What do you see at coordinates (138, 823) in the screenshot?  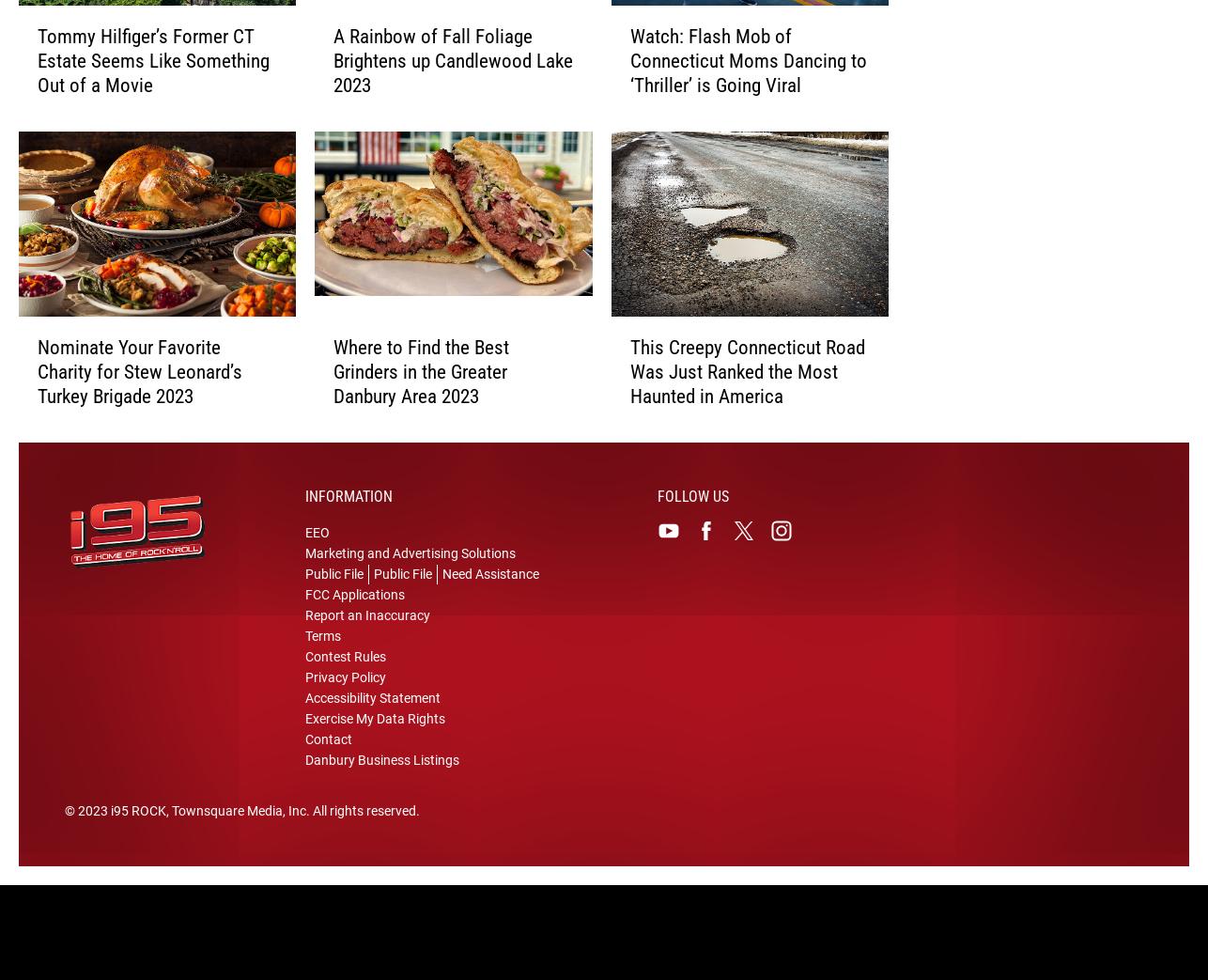 I see `'i95 ROCK'` at bounding box center [138, 823].